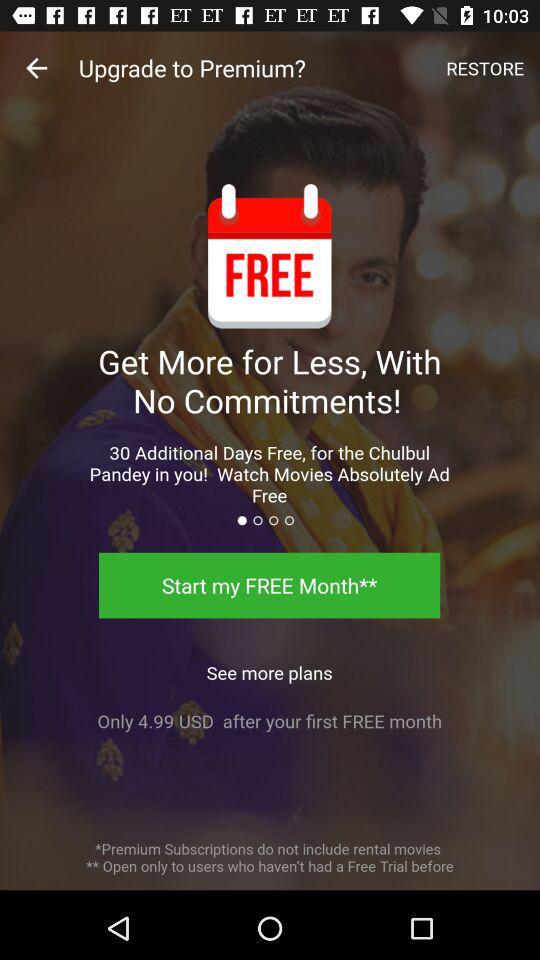  What do you see at coordinates (36, 68) in the screenshot?
I see `the item next to upgrade to premium?` at bounding box center [36, 68].